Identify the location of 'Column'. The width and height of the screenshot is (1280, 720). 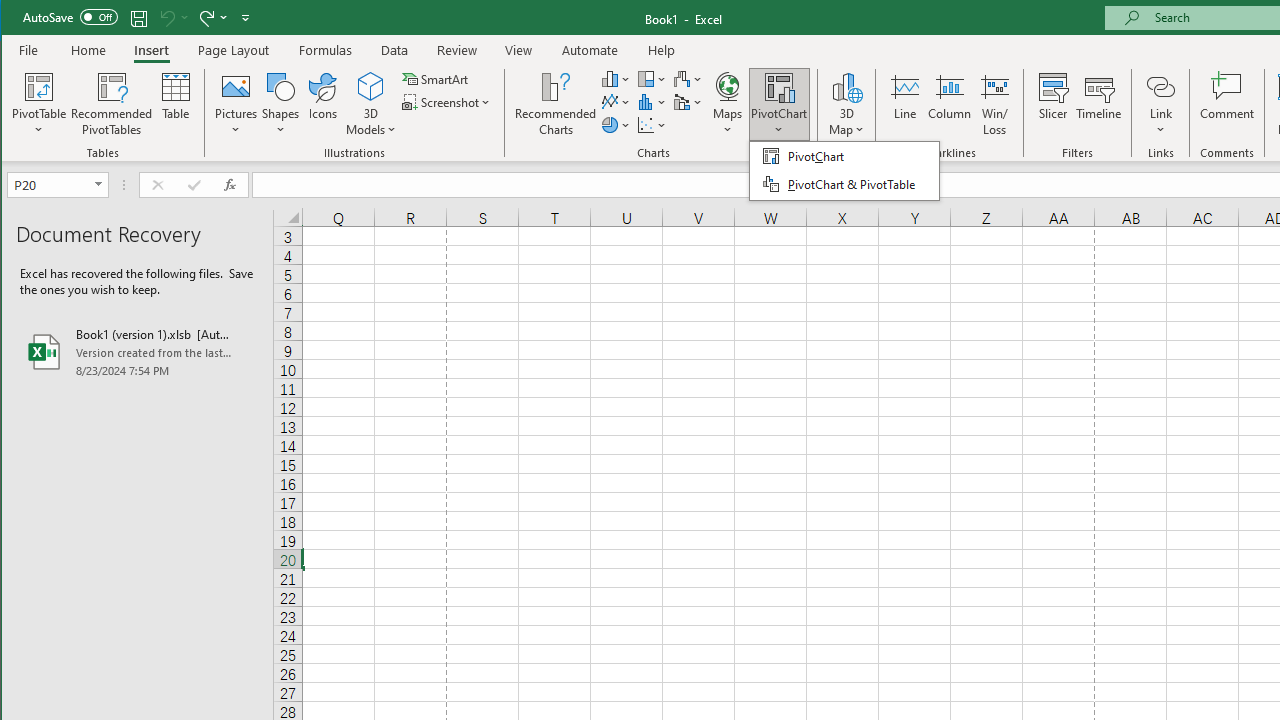
(948, 104).